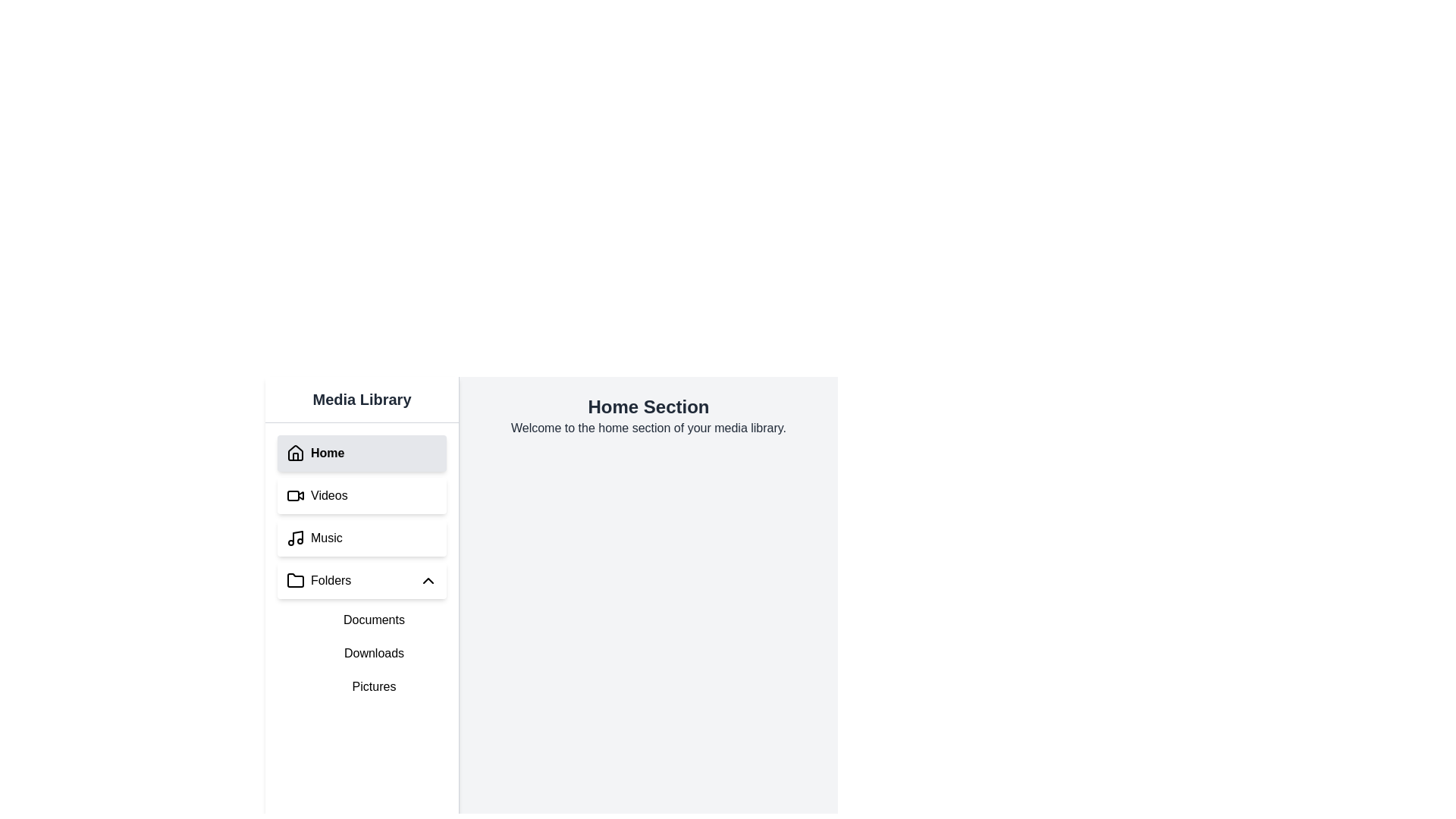 This screenshot has width=1456, height=819. I want to click on the music note icon located in the 'Music' menu on the left sidebar, so click(295, 537).